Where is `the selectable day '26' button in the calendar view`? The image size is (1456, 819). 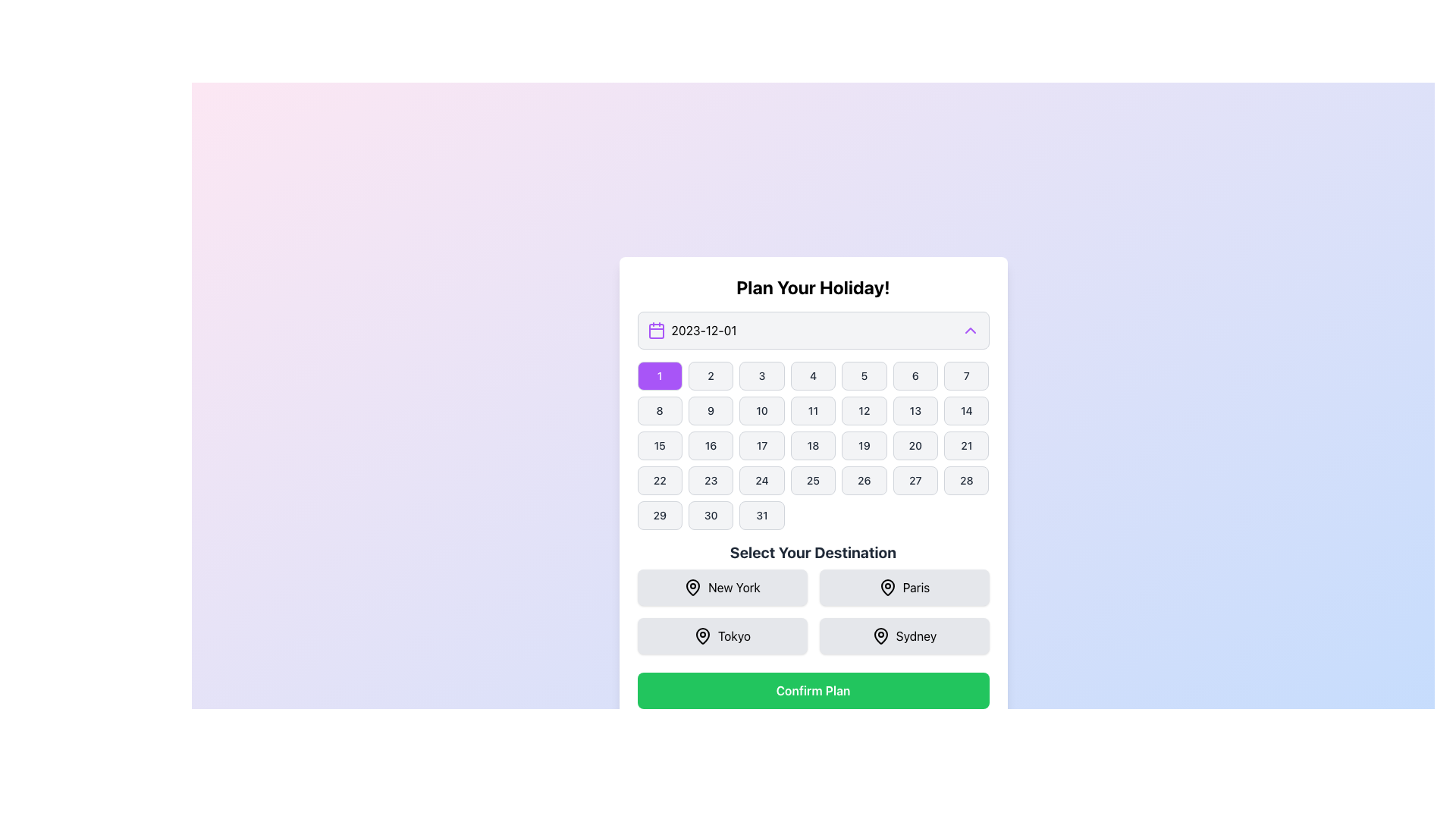
the selectable day '26' button in the calendar view is located at coordinates (864, 480).